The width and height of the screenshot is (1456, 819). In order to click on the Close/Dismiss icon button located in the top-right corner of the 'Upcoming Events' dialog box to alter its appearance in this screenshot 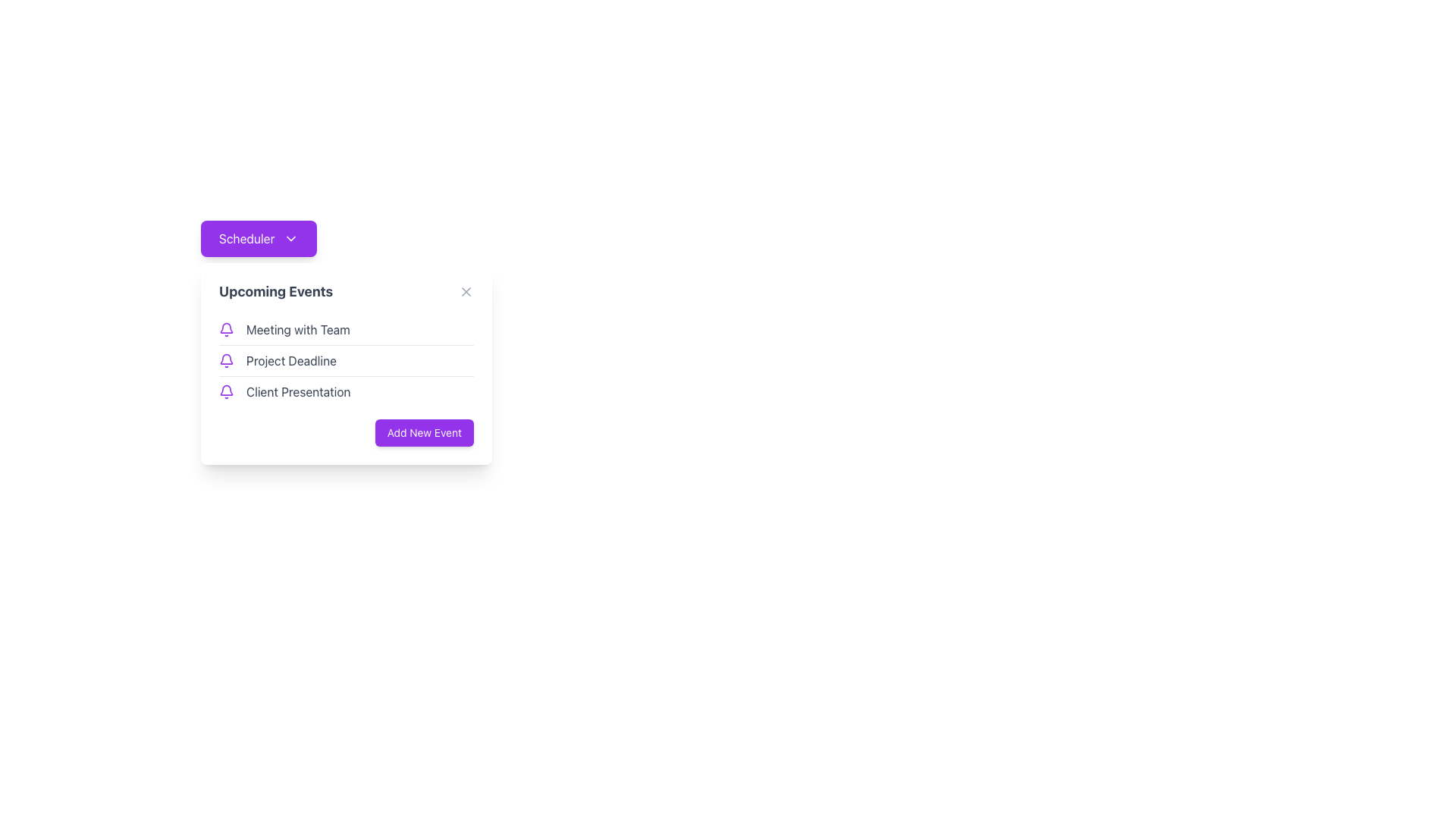, I will do `click(465, 292)`.